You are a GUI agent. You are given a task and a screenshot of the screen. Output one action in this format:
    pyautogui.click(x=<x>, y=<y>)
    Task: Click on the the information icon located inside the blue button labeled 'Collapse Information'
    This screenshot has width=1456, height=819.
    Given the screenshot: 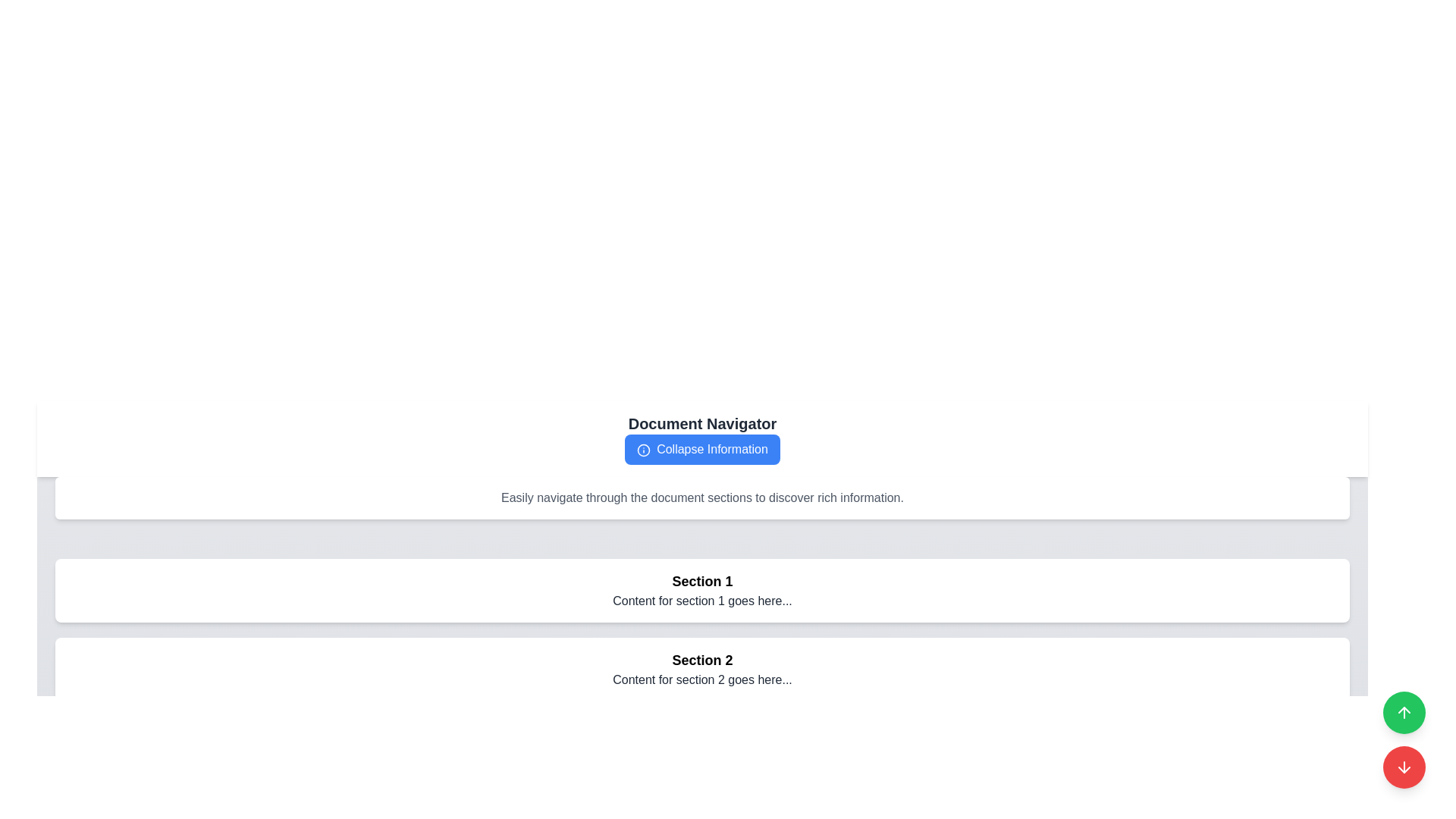 What is the action you would take?
    pyautogui.click(x=644, y=449)
    